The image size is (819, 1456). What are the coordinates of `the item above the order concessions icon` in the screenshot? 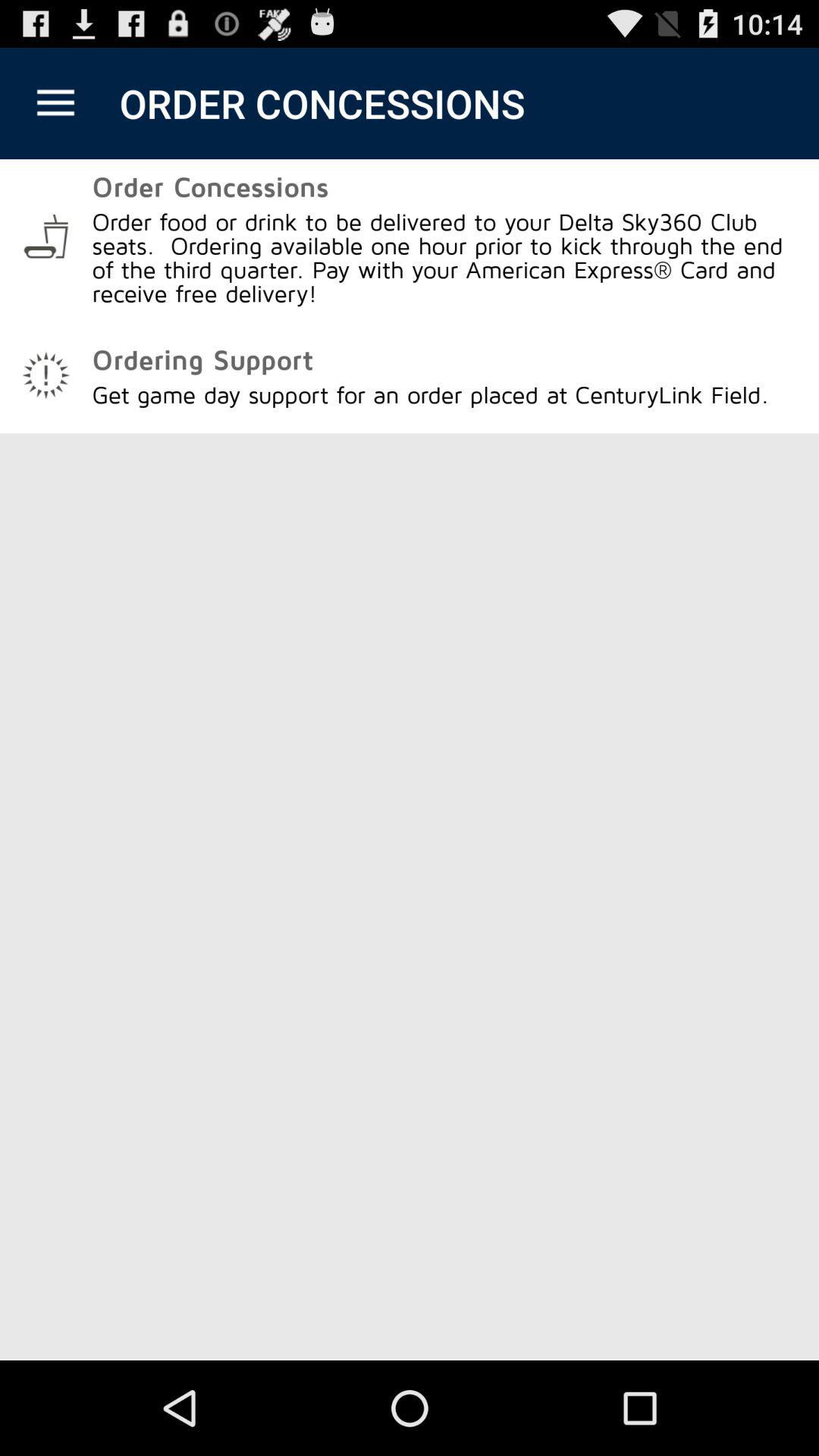 It's located at (55, 102).